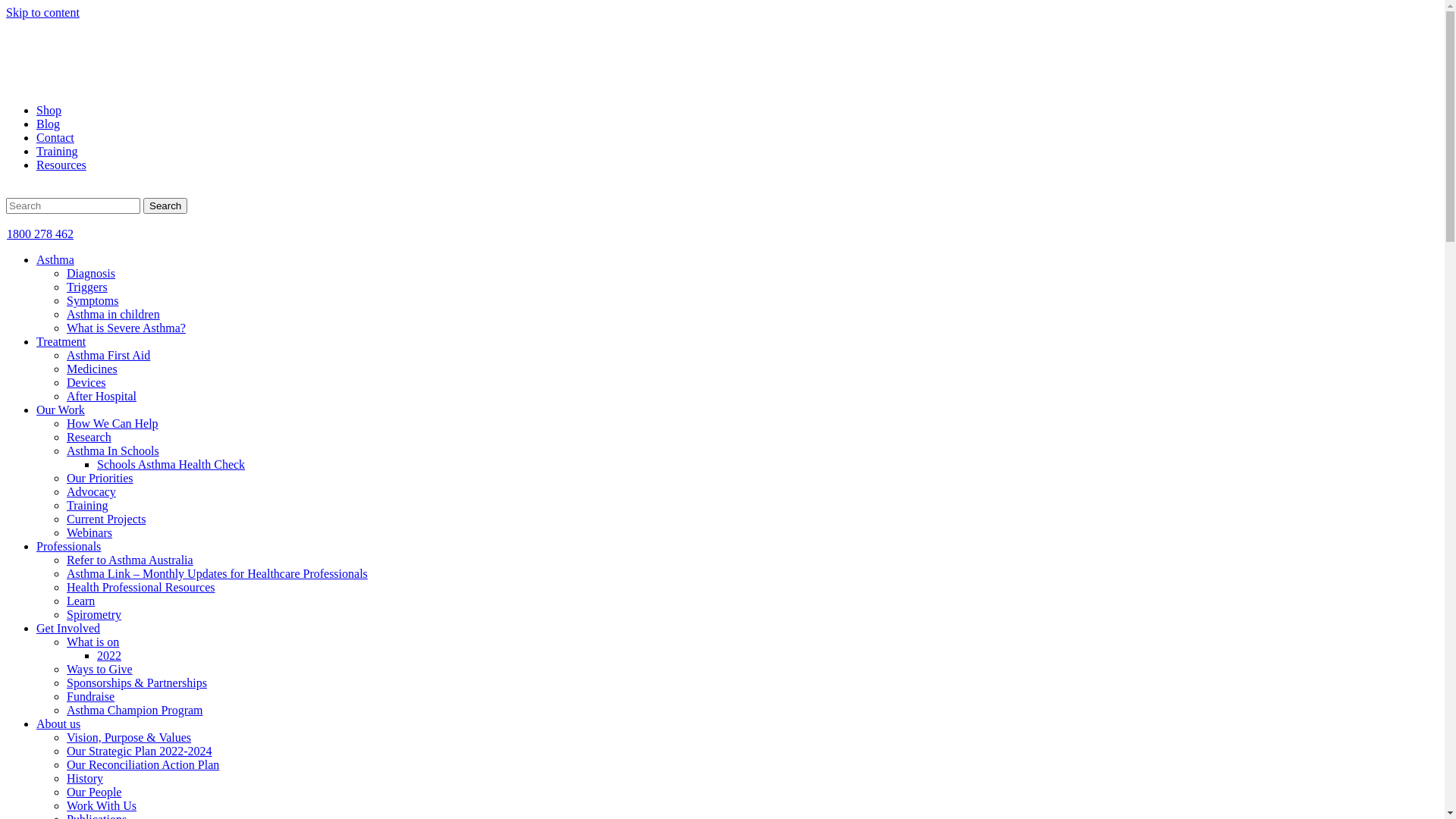 This screenshot has height=819, width=1456. Describe the element at coordinates (86, 381) in the screenshot. I see `'Devices'` at that location.